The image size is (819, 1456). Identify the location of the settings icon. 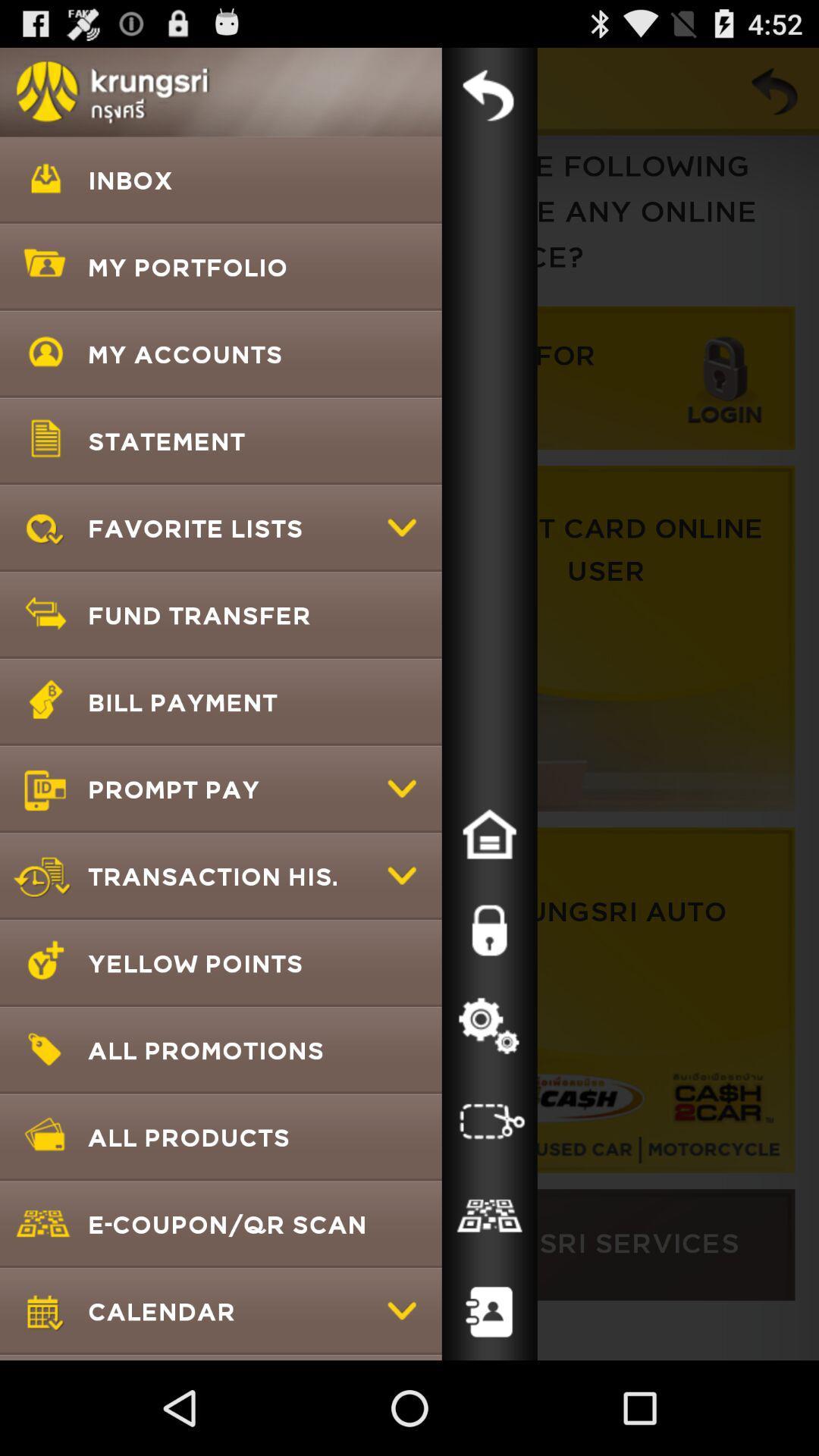
(489, 1098).